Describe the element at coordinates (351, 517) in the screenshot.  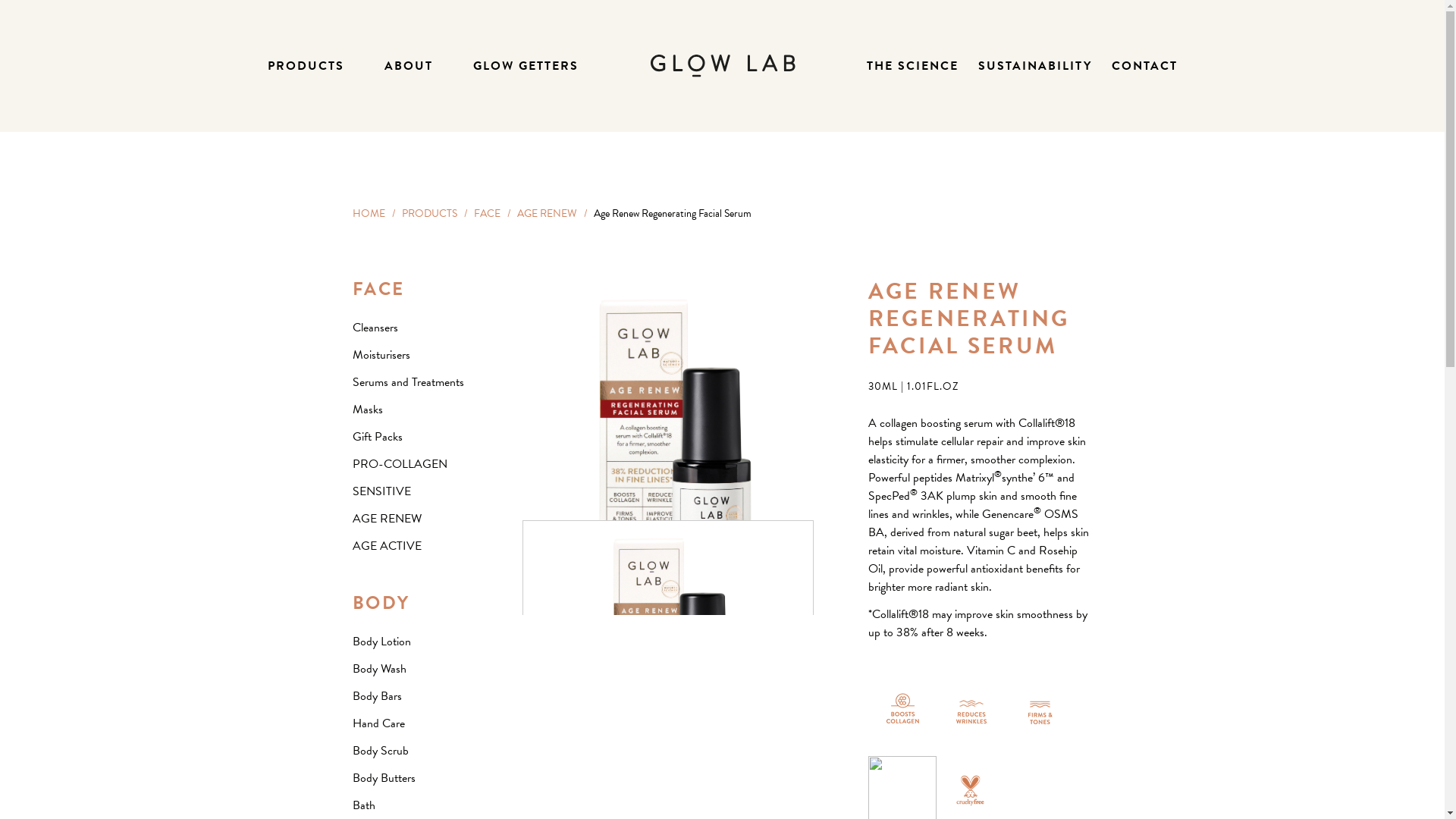
I see `'AGE RENEW'` at that location.